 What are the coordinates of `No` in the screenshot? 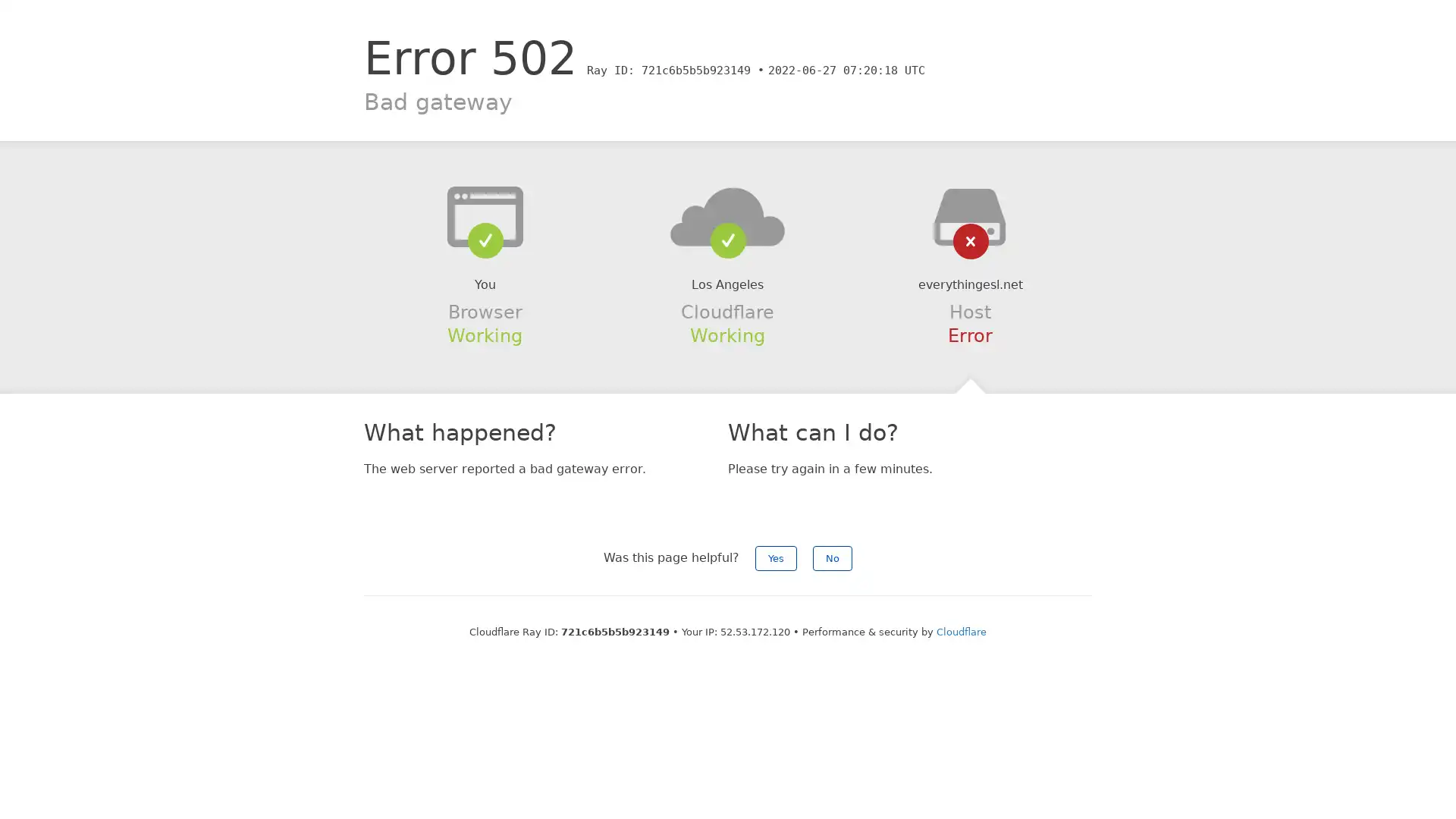 It's located at (832, 558).